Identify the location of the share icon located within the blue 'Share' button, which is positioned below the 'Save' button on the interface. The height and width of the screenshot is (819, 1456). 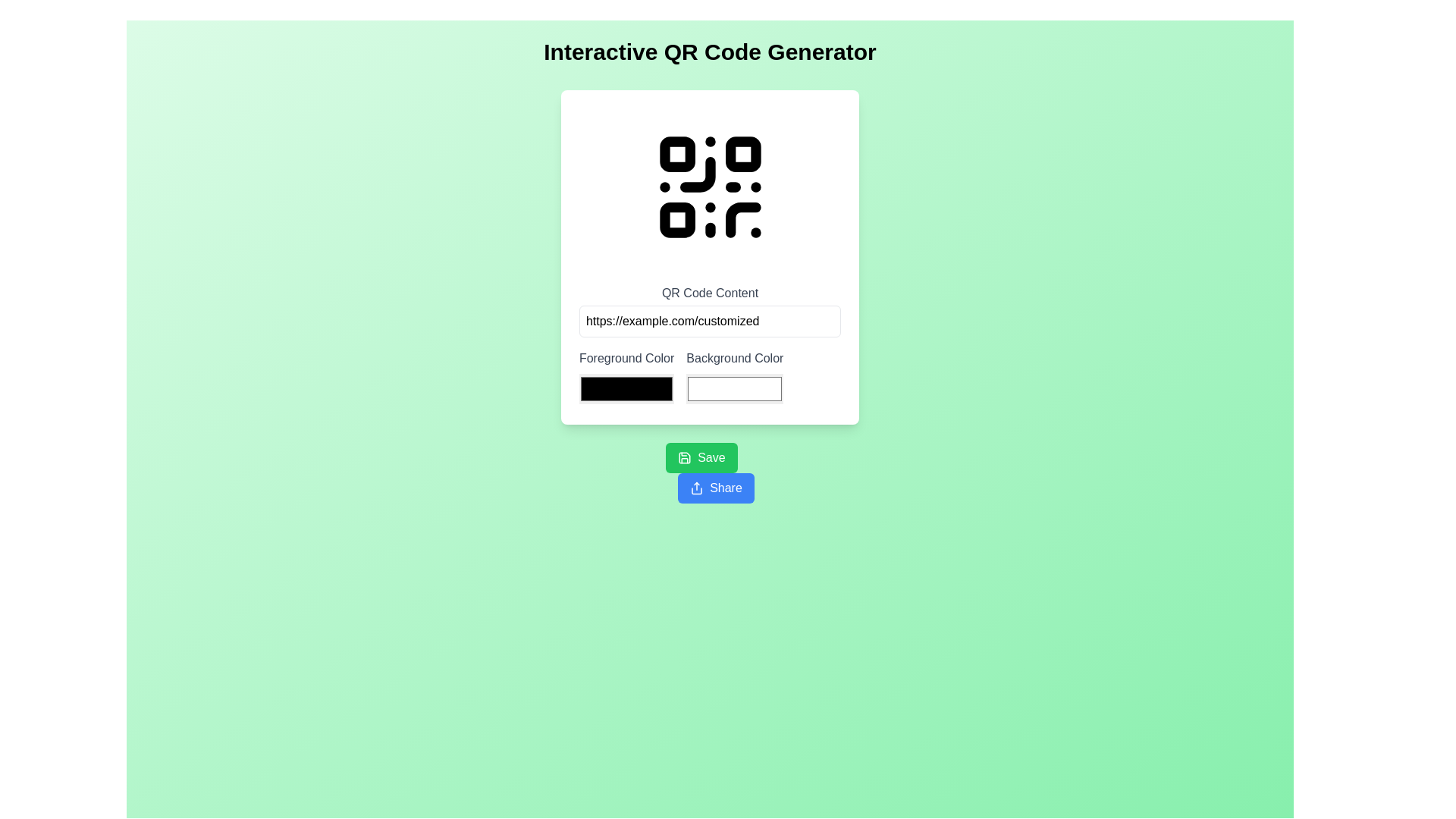
(696, 488).